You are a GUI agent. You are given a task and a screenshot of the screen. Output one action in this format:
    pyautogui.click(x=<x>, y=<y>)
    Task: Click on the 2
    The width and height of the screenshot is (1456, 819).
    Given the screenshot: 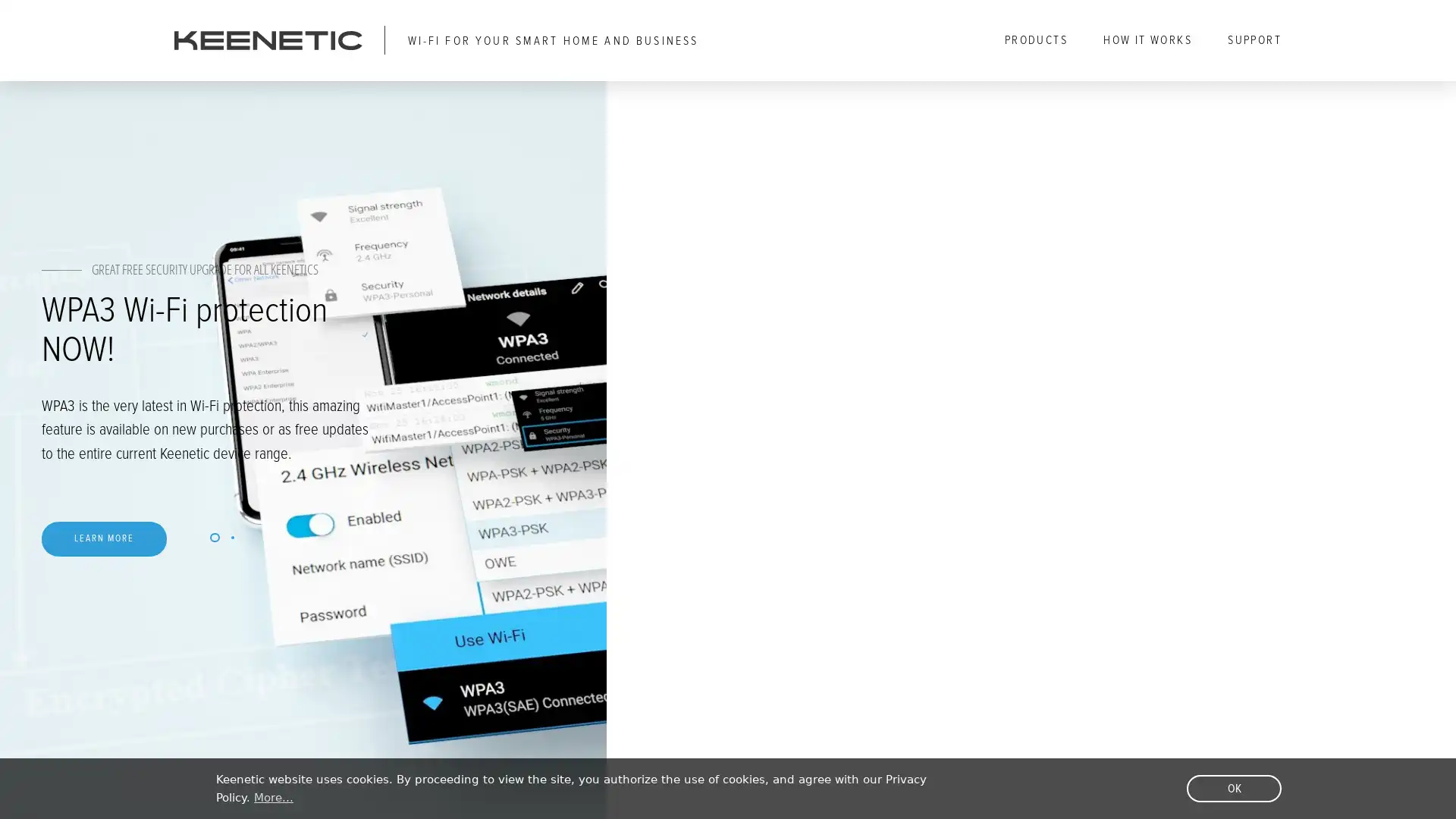 What is the action you would take?
    pyautogui.click(x=472, y=571)
    